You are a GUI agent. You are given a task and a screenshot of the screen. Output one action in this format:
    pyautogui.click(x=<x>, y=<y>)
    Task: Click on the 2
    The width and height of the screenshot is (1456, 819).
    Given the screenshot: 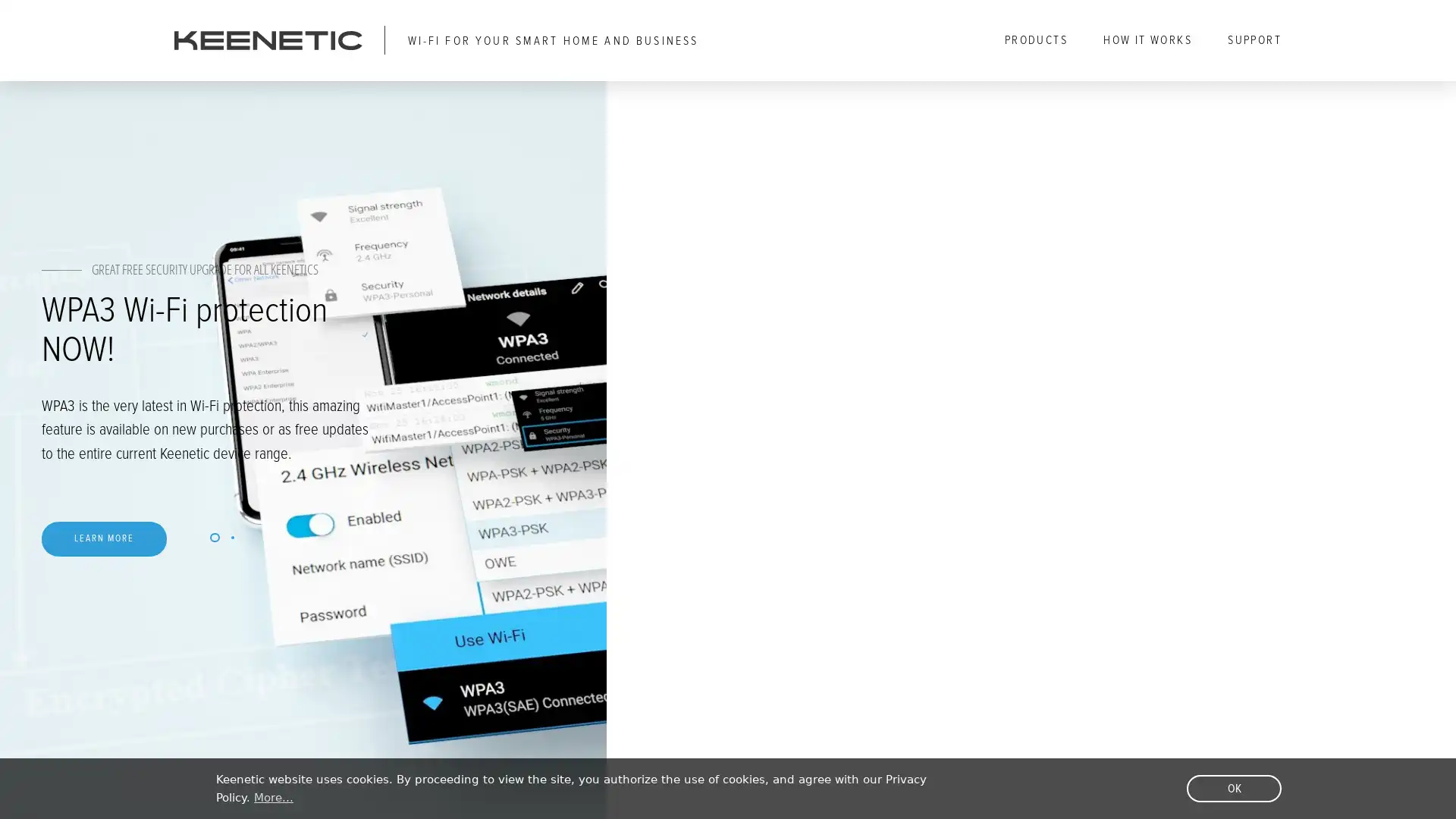 What is the action you would take?
    pyautogui.click(x=472, y=571)
    